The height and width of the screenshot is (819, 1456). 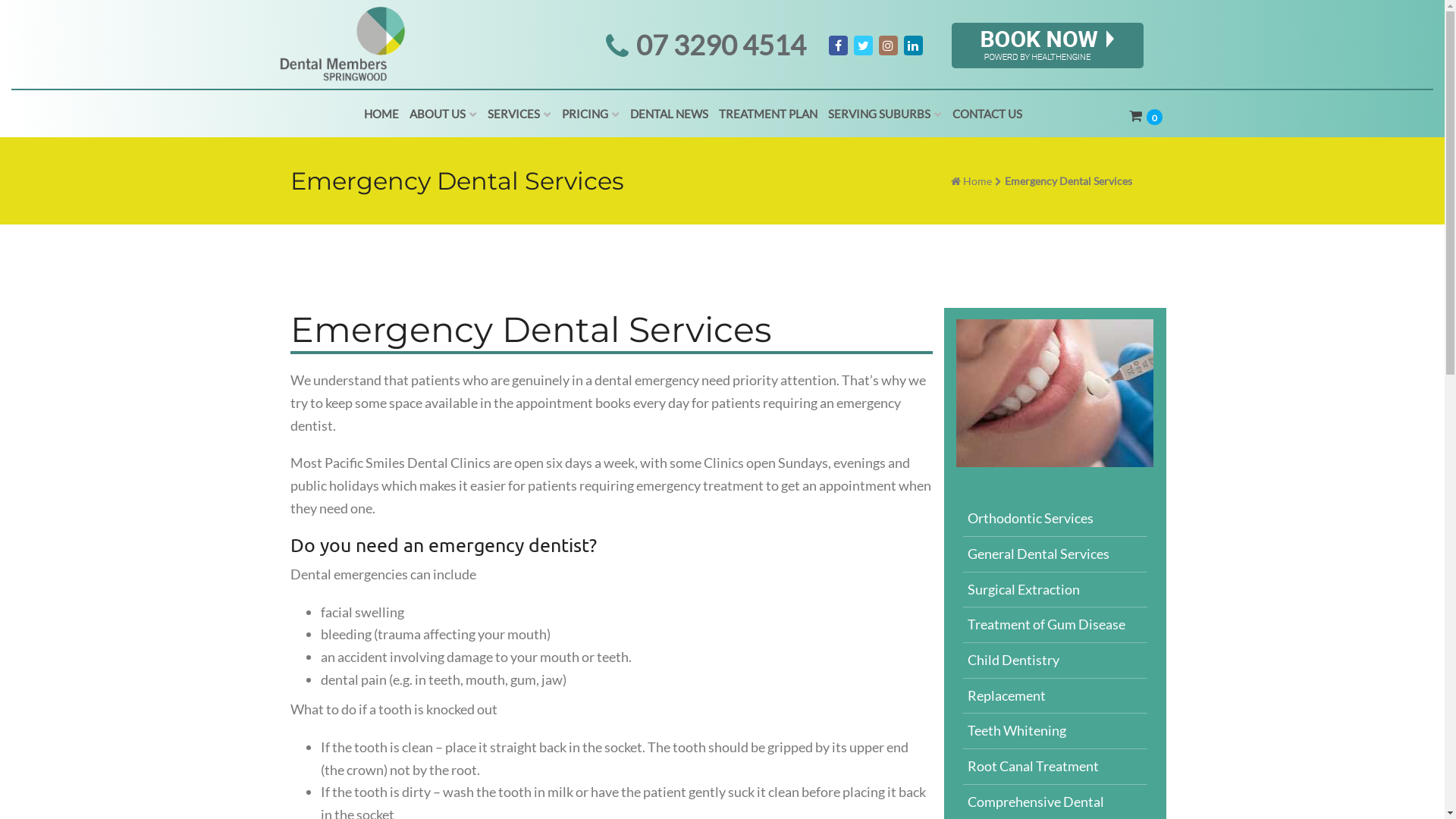 I want to click on 'CONTACT US', so click(x=946, y=113).